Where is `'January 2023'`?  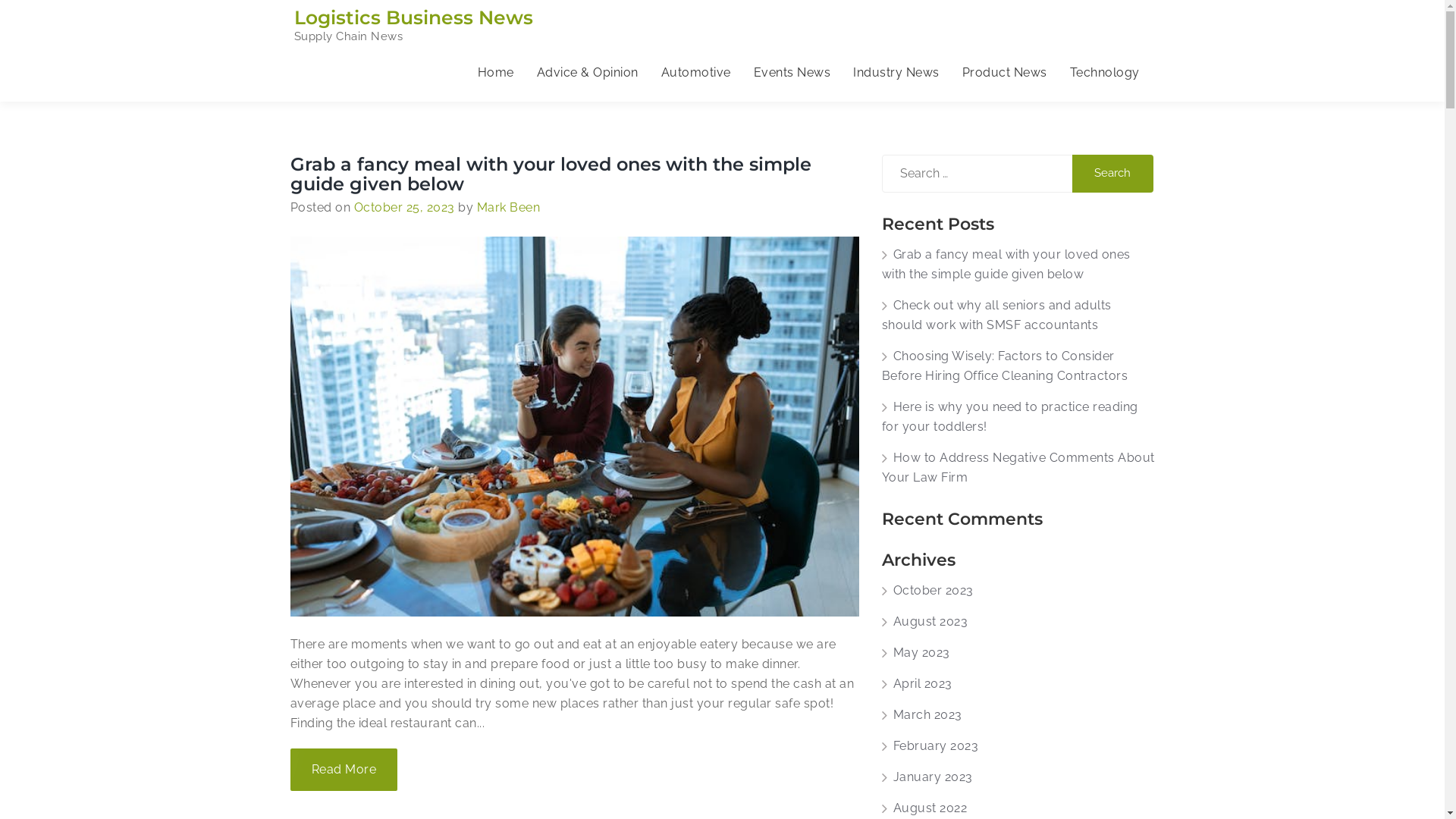 'January 2023' is located at coordinates (880, 777).